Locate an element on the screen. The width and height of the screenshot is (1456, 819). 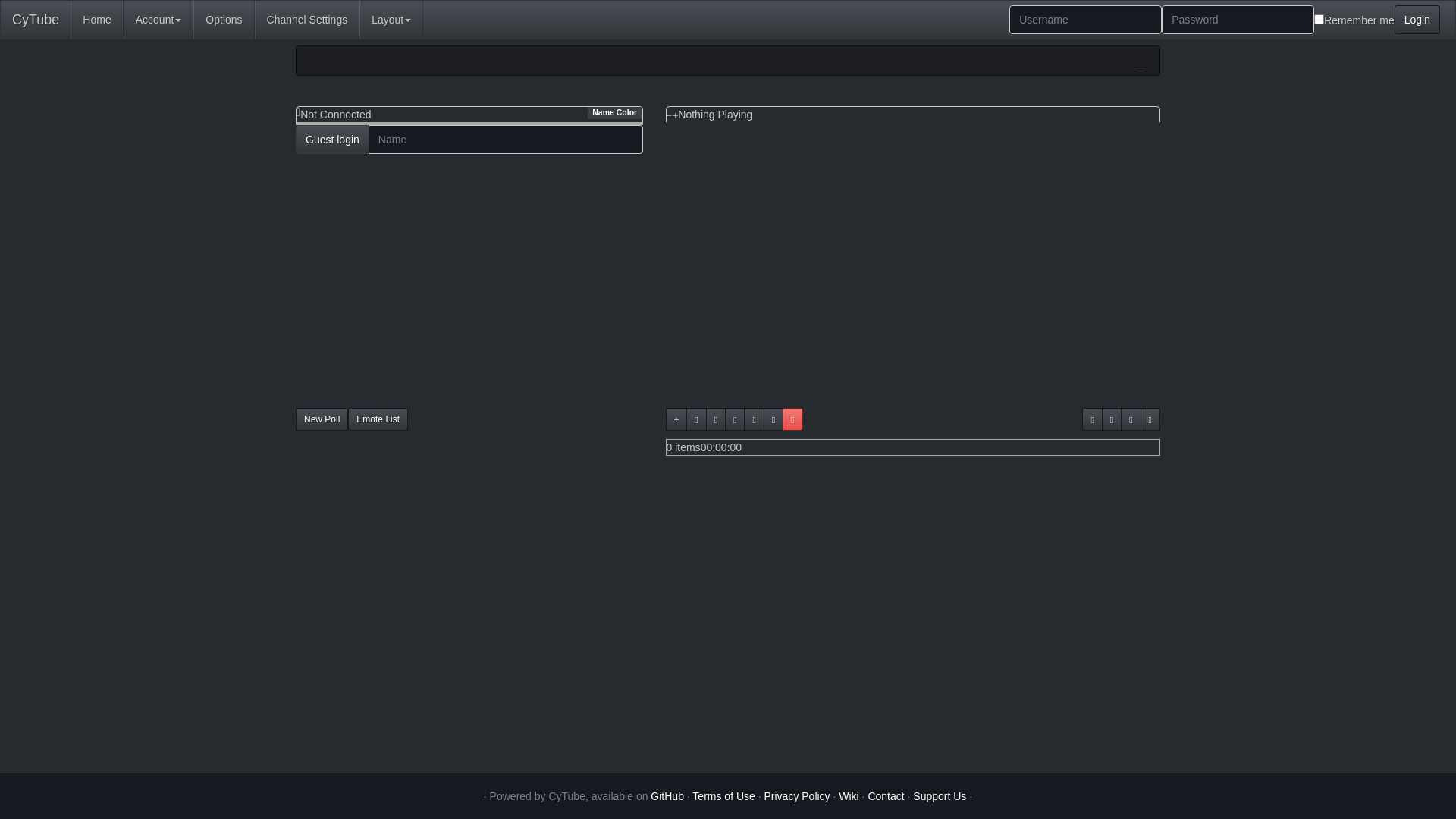
'Wiki' is located at coordinates (847, 795).